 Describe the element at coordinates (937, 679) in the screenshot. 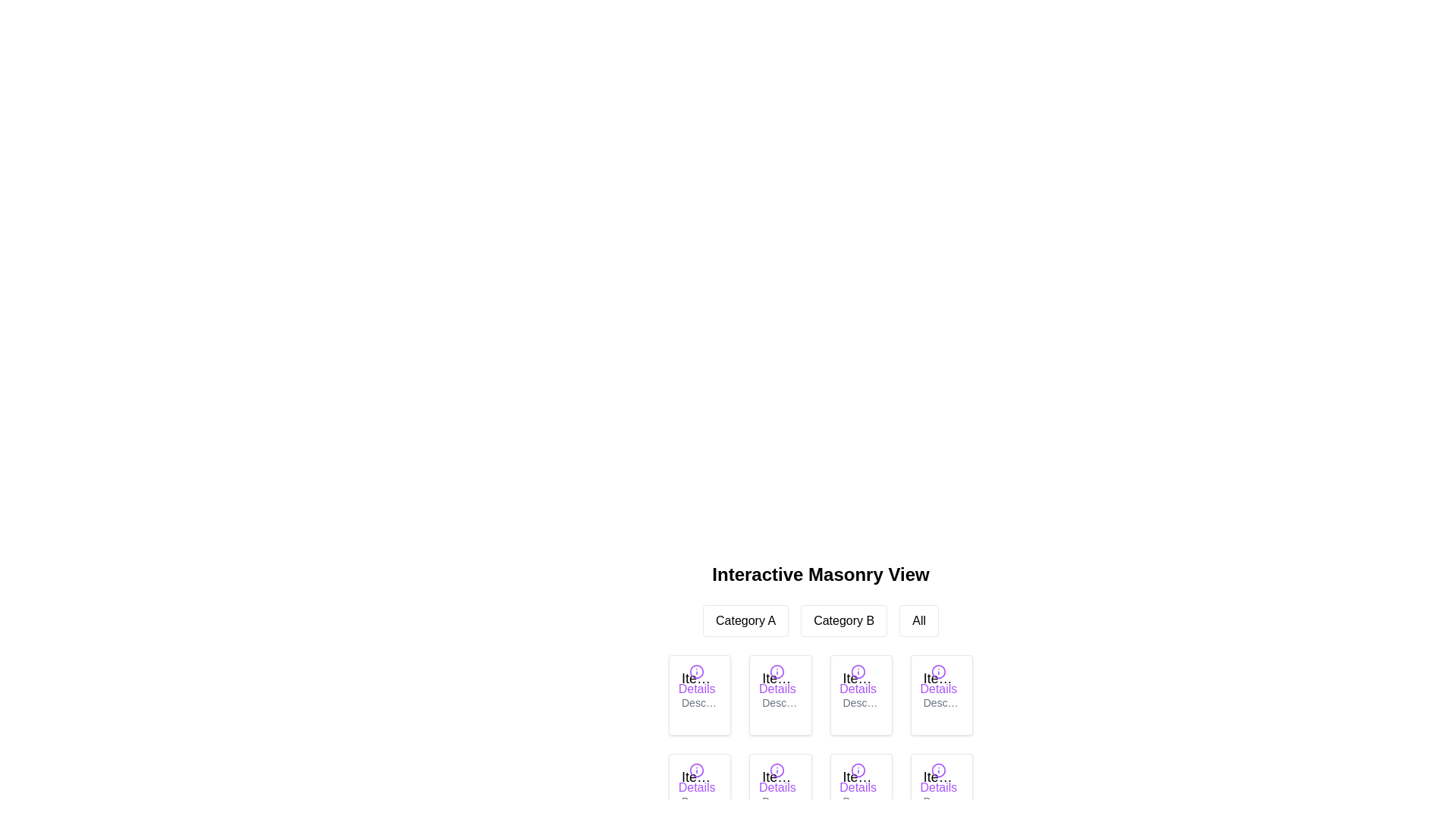

I see `the hyperlink located in the top-right corner of the card below the title 'Item 4'` at that location.